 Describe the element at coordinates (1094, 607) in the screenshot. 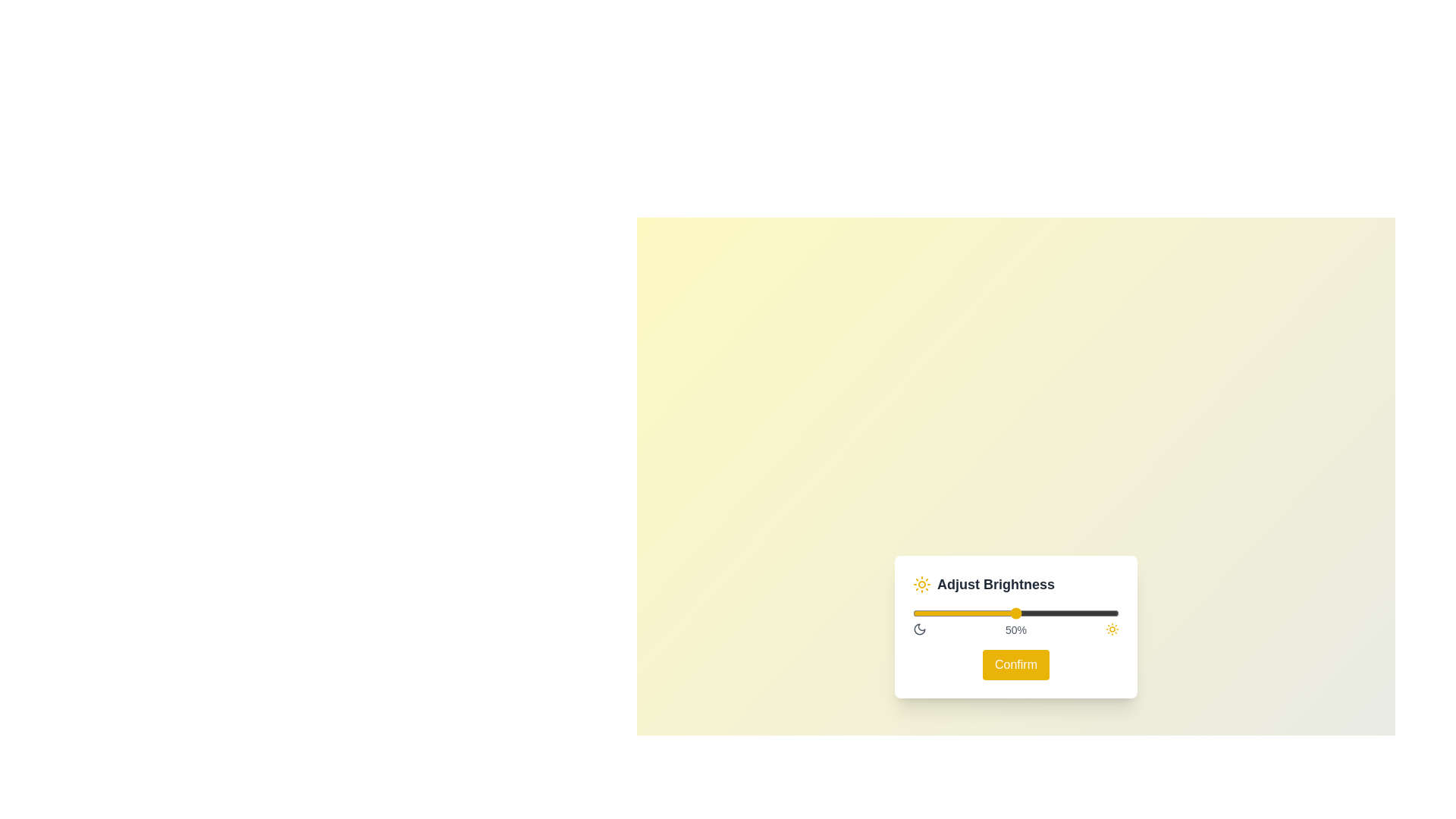

I see `the brightness slider to 88%` at that location.